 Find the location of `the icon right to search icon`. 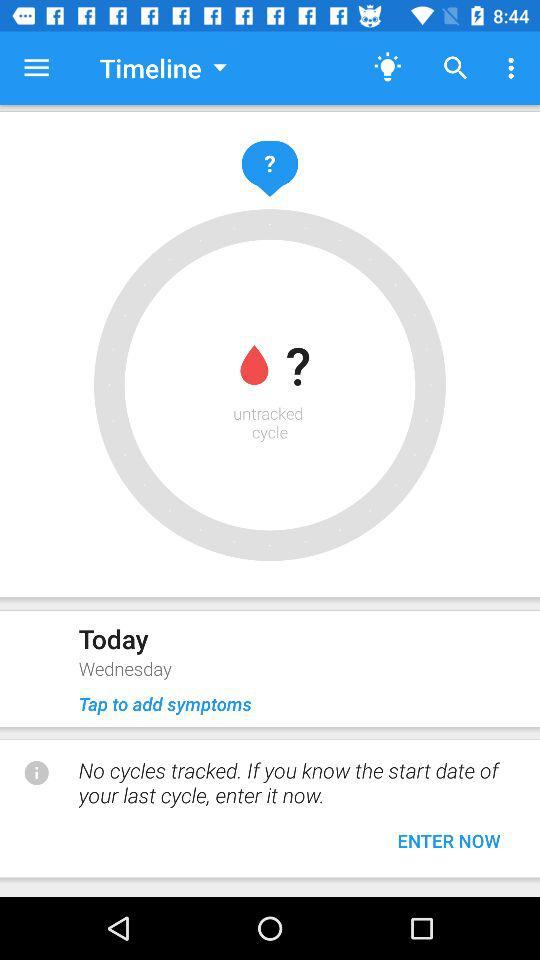

the icon right to search icon is located at coordinates (514, 68).